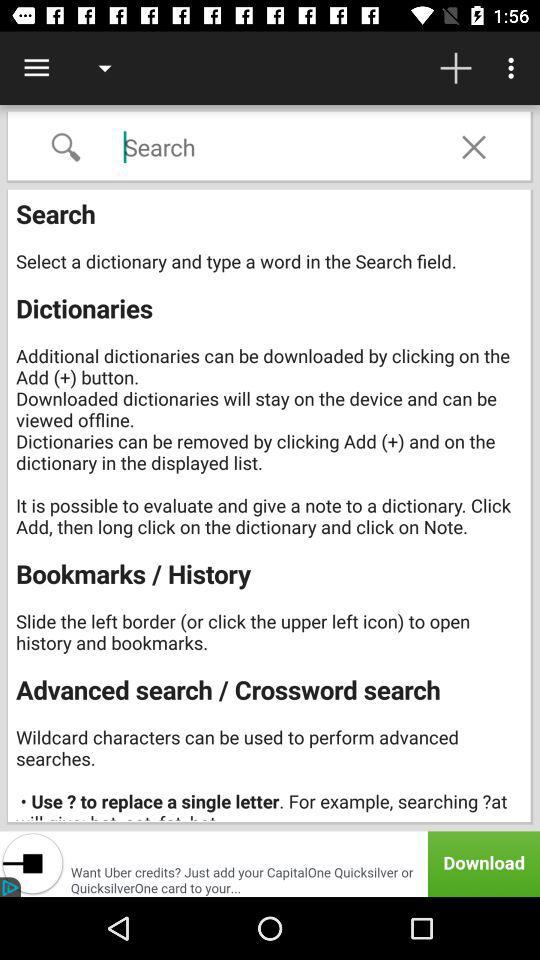 This screenshot has width=540, height=960. Describe the element at coordinates (270, 863) in the screenshot. I see `icon below search select a` at that location.